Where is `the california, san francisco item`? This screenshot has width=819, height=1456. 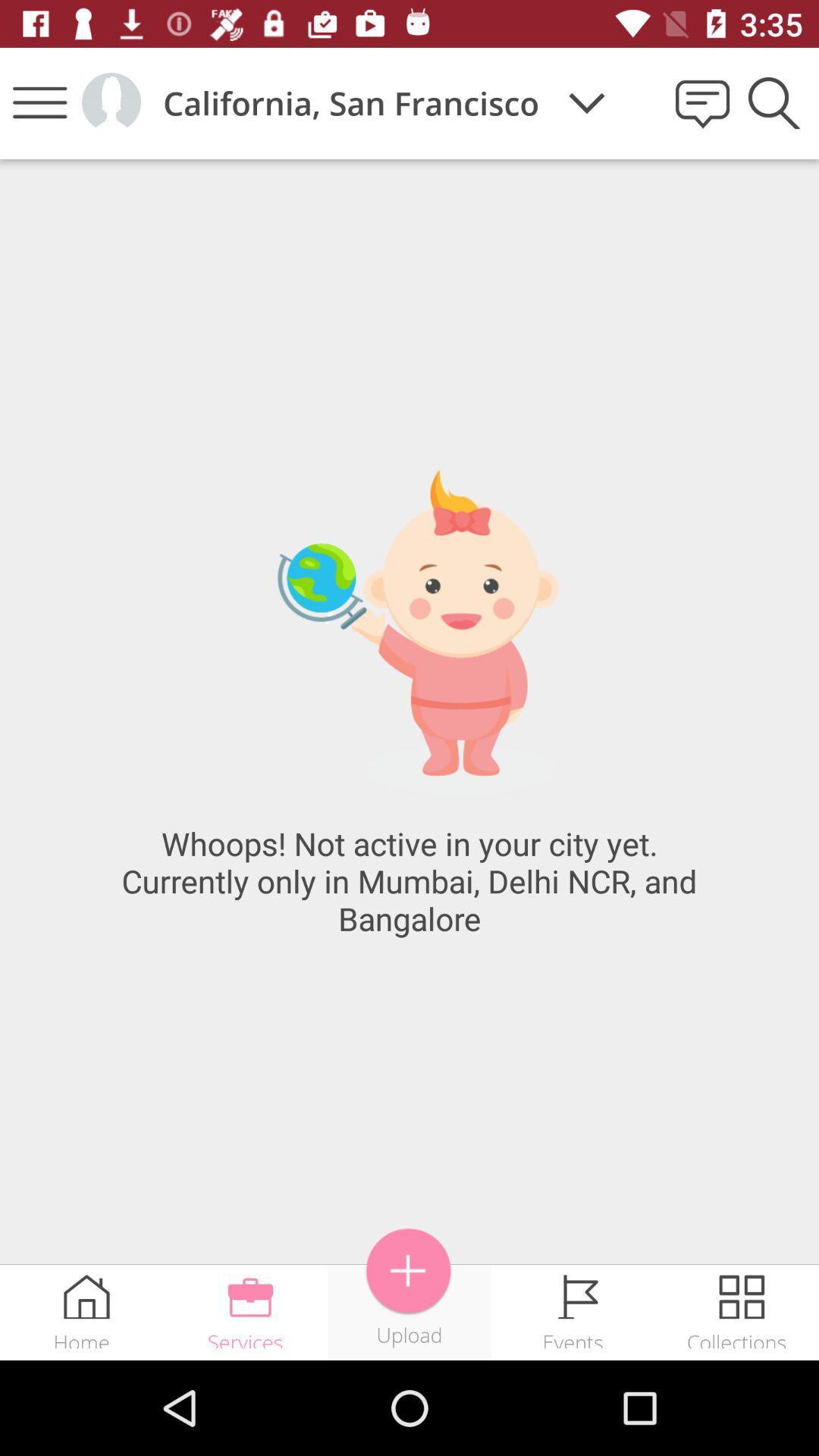 the california, san francisco item is located at coordinates (351, 102).